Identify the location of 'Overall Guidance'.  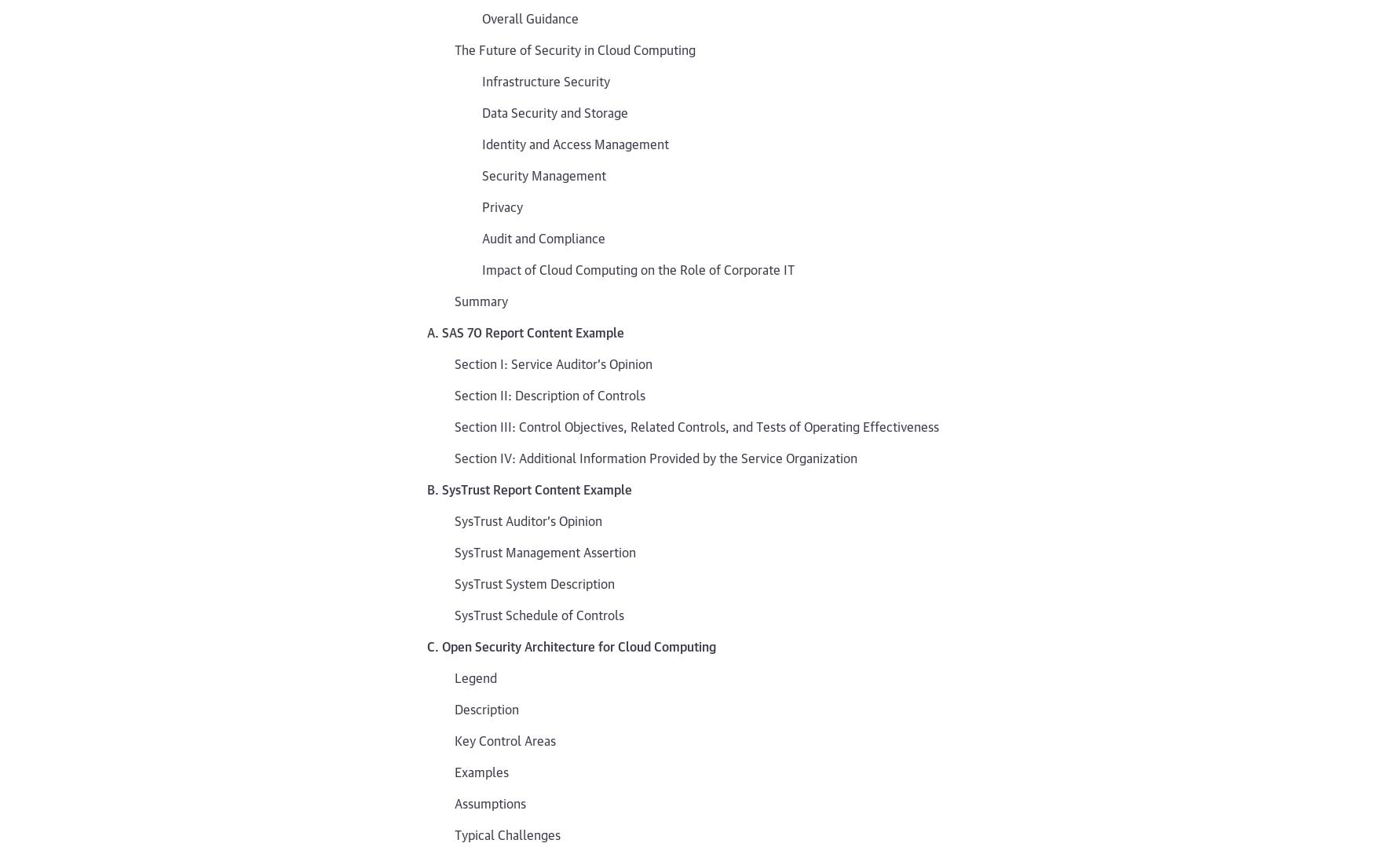
(482, 17).